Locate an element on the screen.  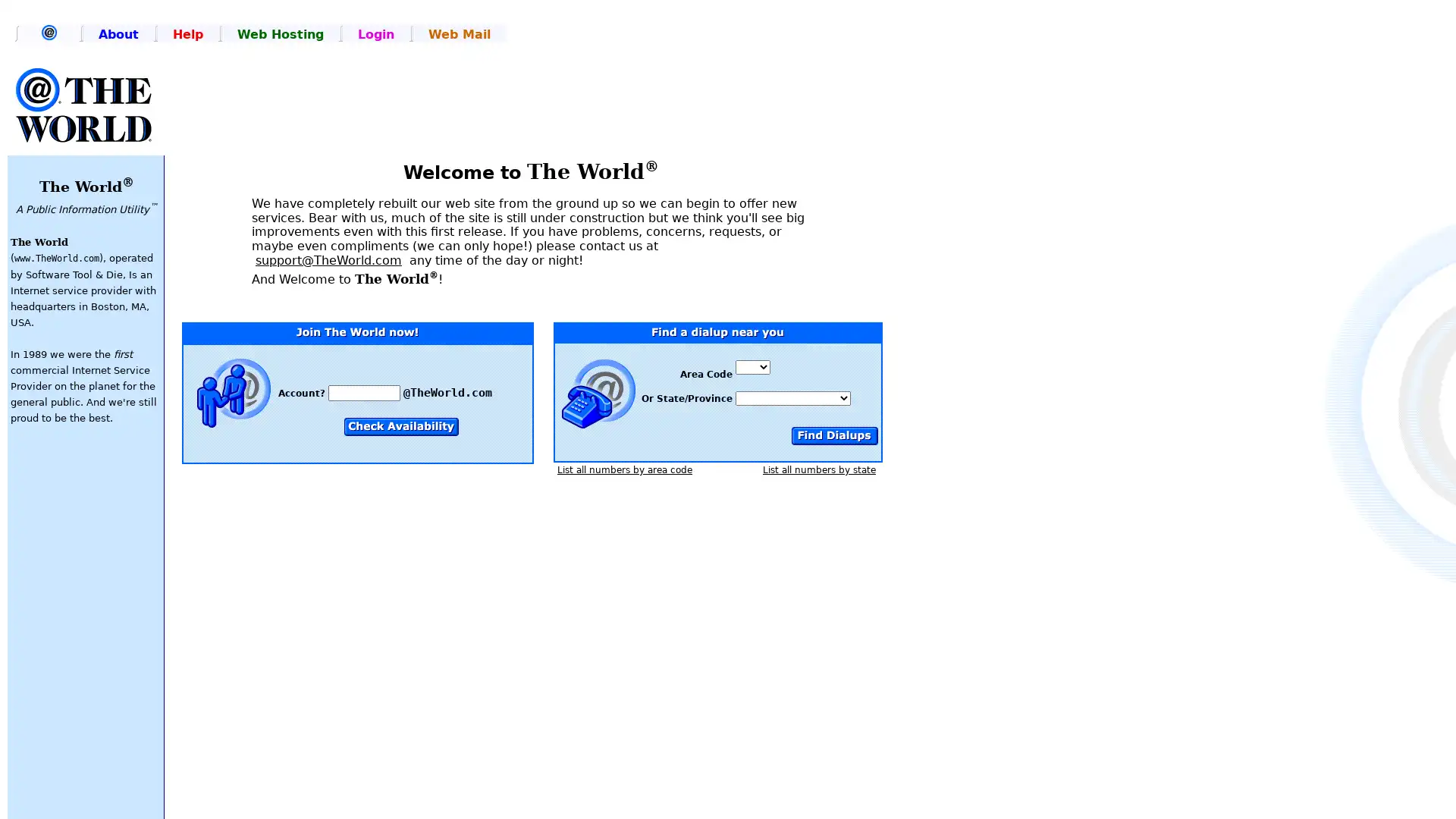
Submit is located at coordinates (401, 426).